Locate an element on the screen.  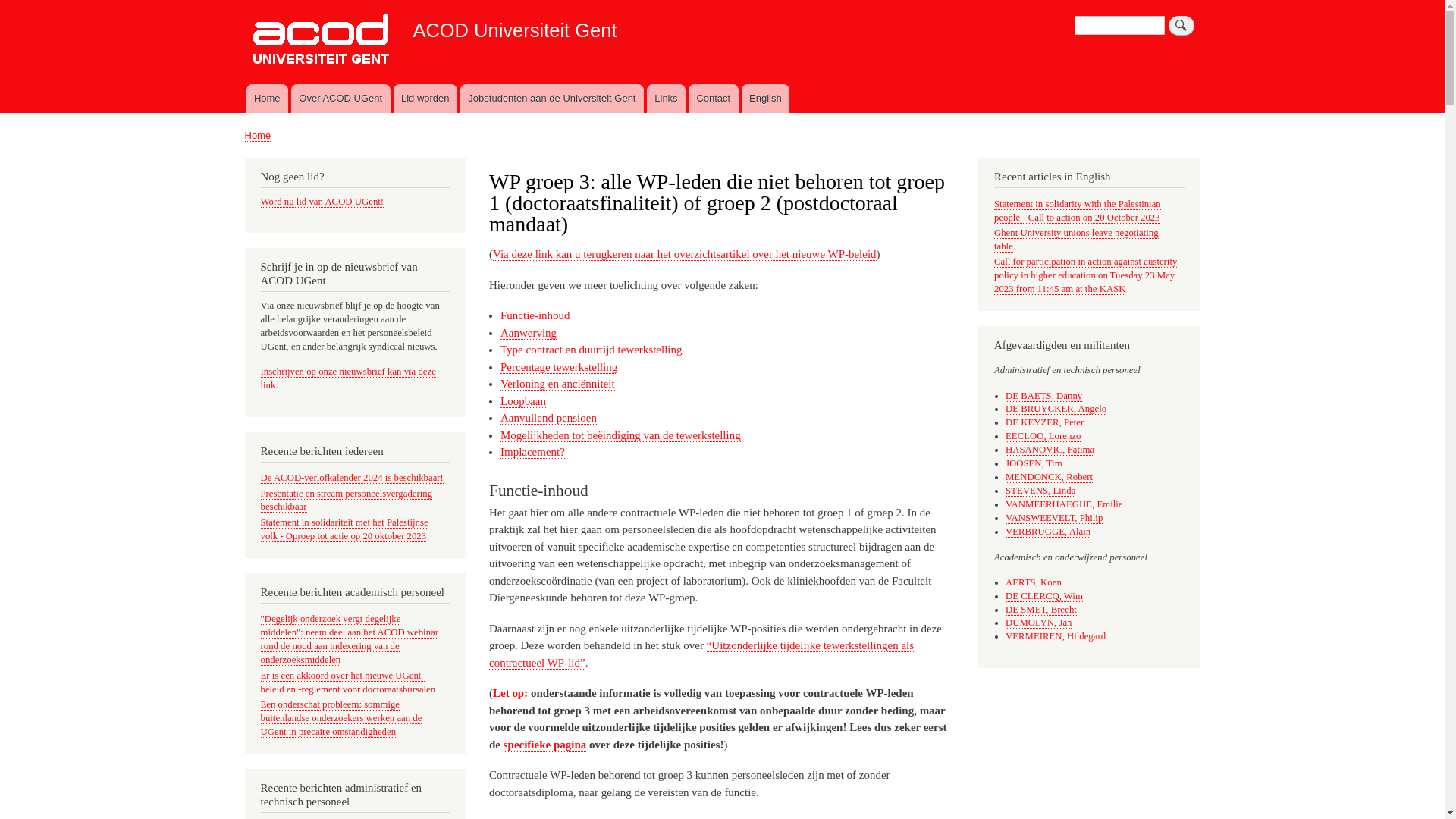
'VERBRUGGE, Alain' is located at coordinates (1047, 531).